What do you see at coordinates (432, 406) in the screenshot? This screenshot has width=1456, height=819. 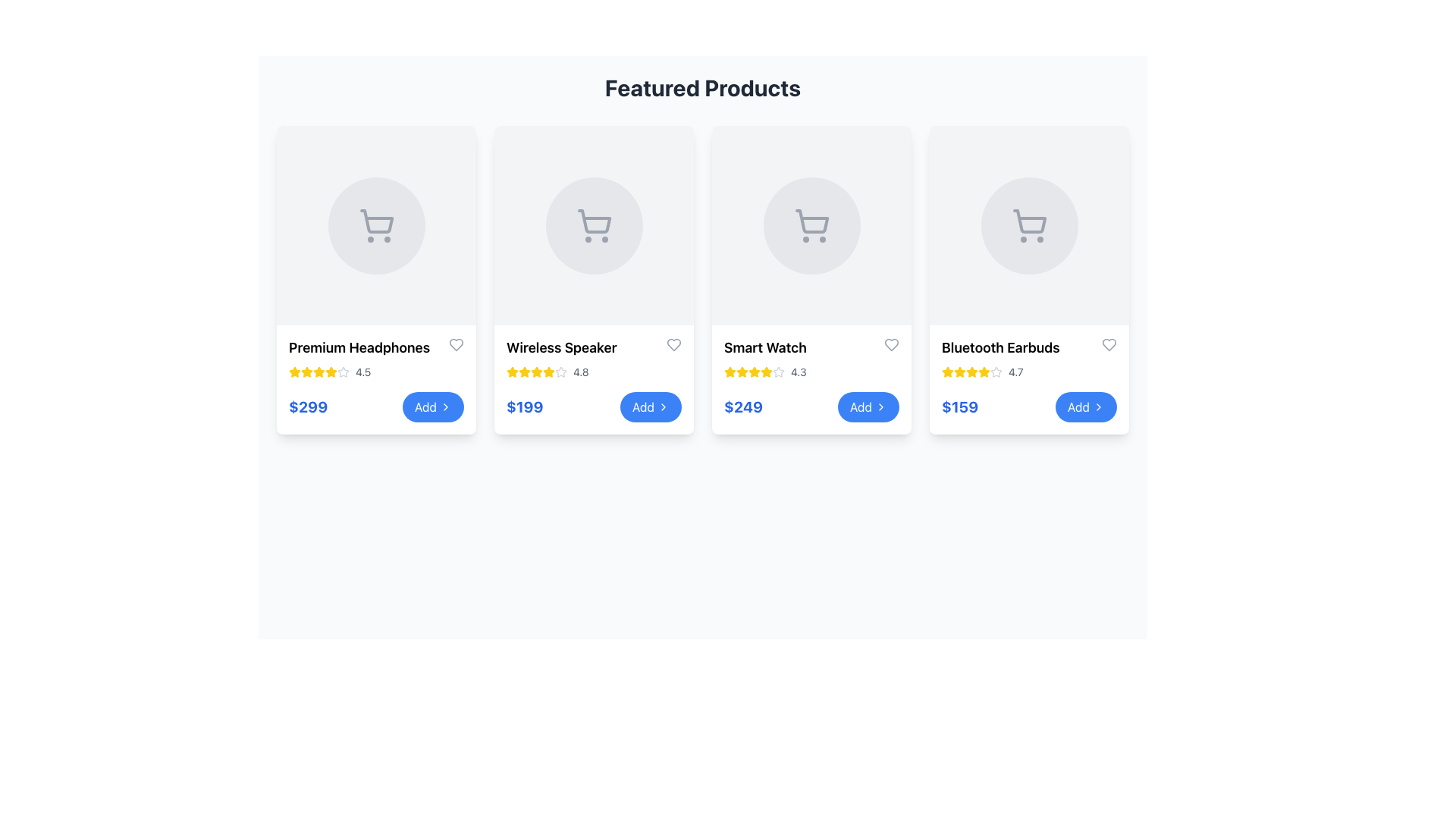 I see `the blue 'Add' button with a chevron icon, positioned next to the '$299' text element` at bounding box center [432, 406].